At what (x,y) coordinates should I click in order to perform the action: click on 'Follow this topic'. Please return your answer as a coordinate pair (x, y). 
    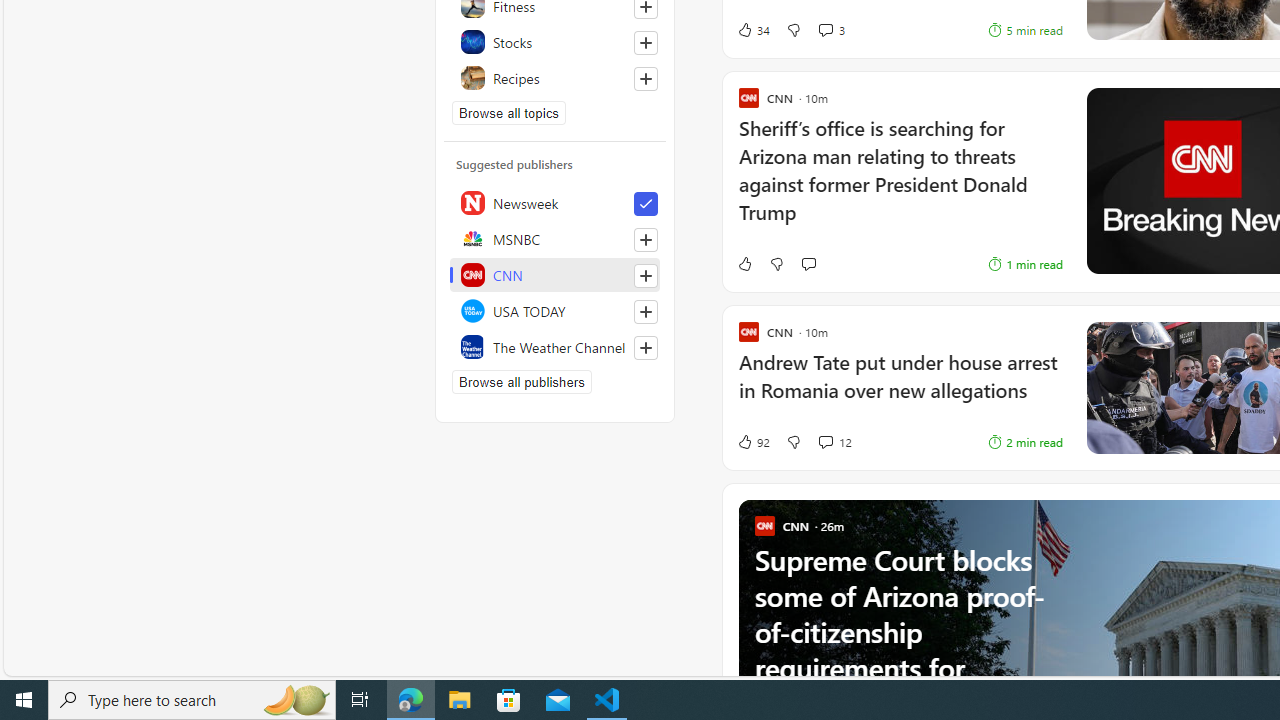
    Looking at the image, I should click on (645, 77).